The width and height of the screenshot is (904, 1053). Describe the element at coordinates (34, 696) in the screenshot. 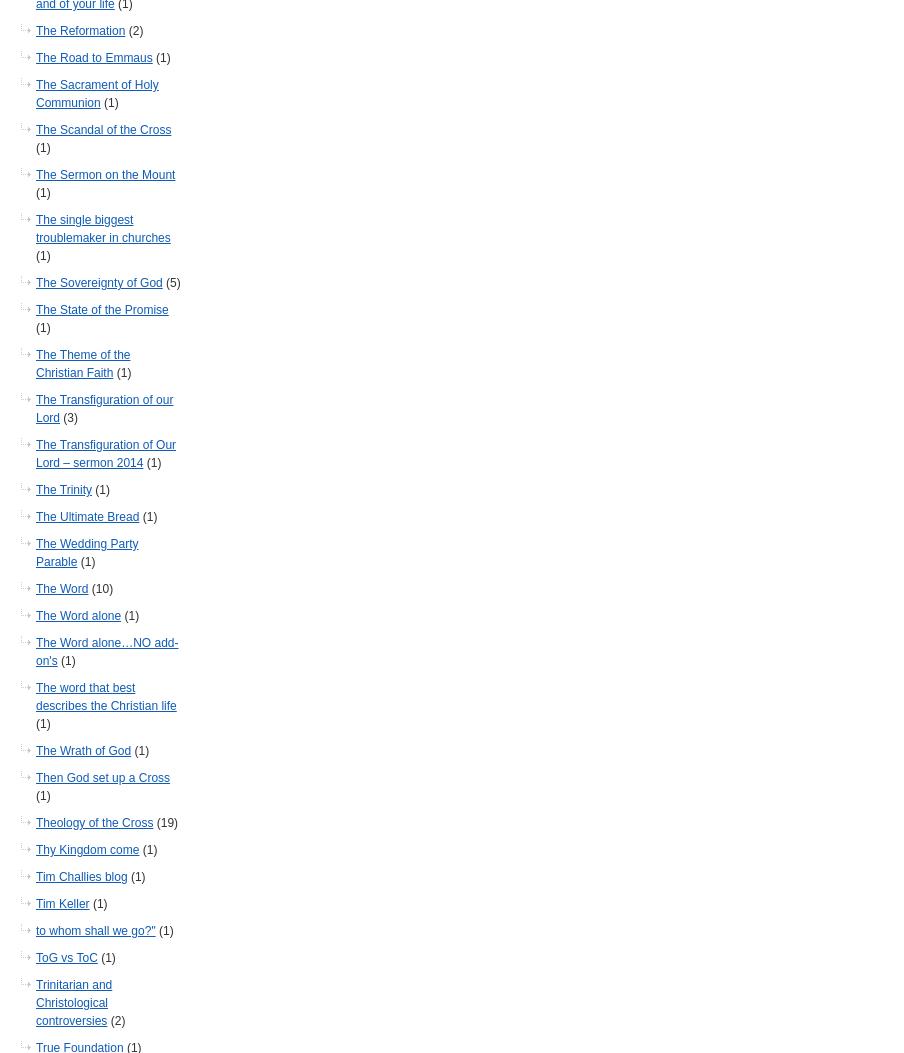

I see `'The word that best describes the Christian life'` at that location.